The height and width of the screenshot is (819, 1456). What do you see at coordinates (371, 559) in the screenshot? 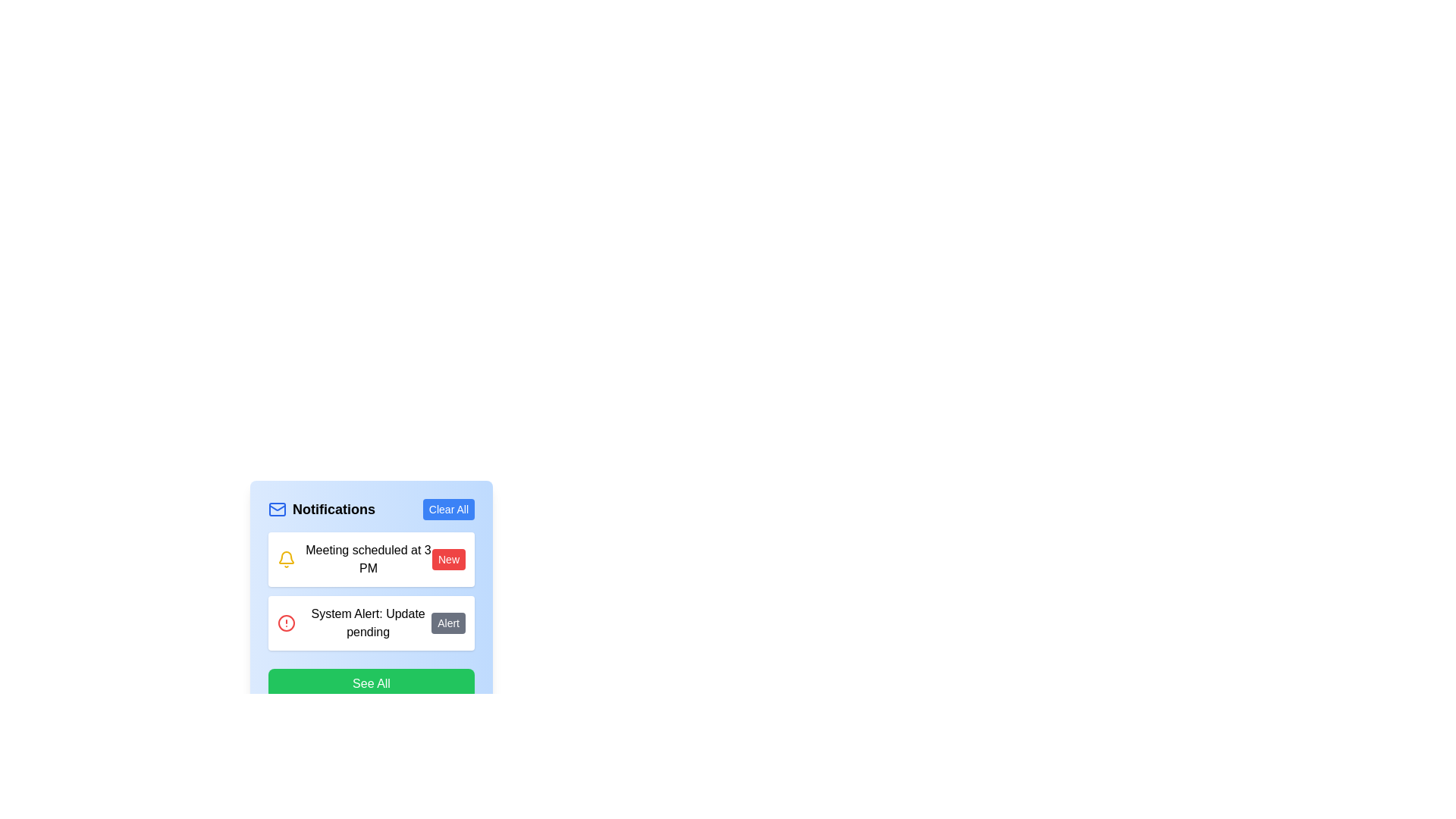
I see `the notification card that displays a scheduled meeting at 3 PM, marked with a red tag` at bounding box center [371, 559].